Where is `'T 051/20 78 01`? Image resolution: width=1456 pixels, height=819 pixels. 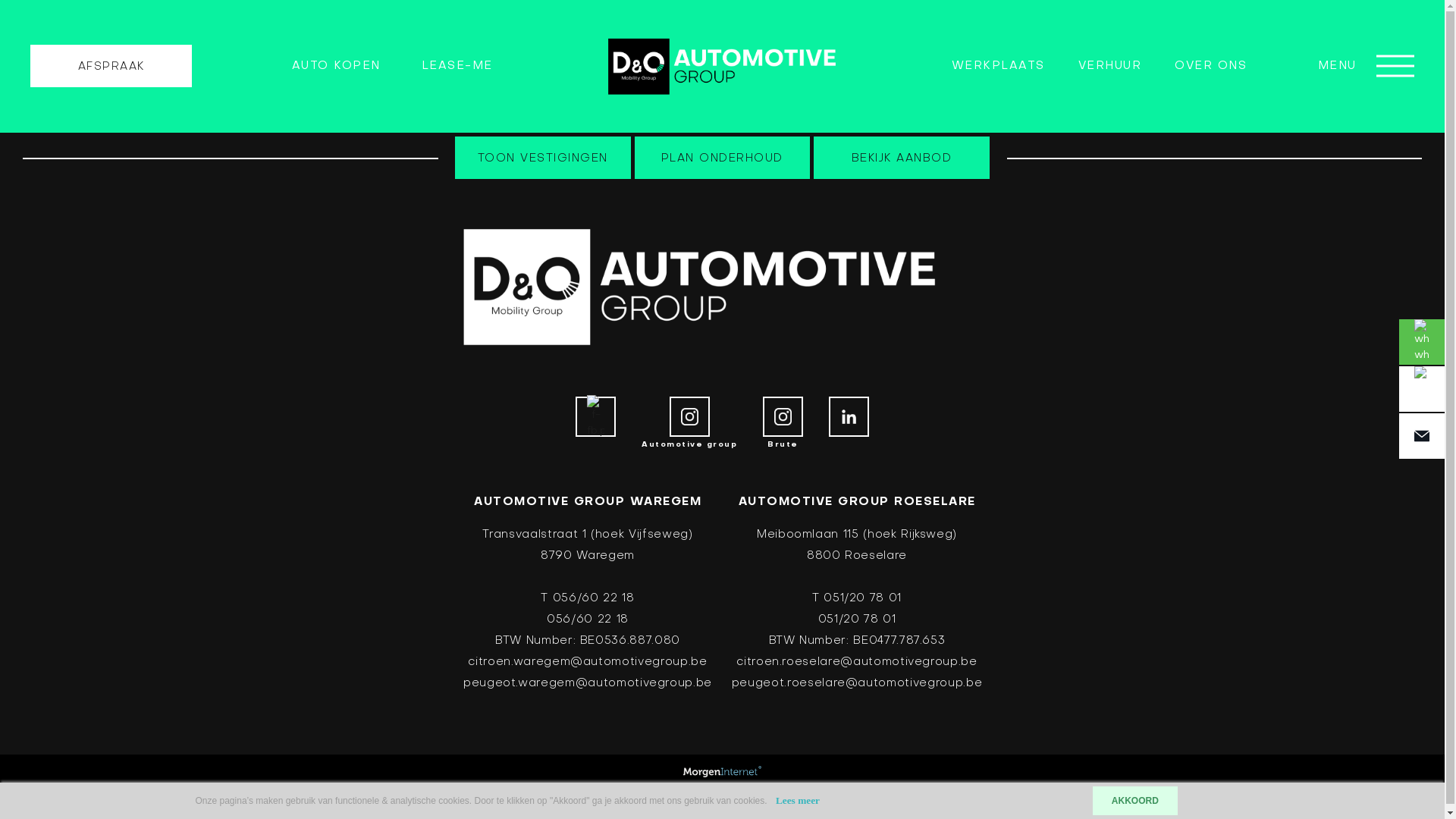 'T 051/20 78 01 is located at coordinates (856, 607).